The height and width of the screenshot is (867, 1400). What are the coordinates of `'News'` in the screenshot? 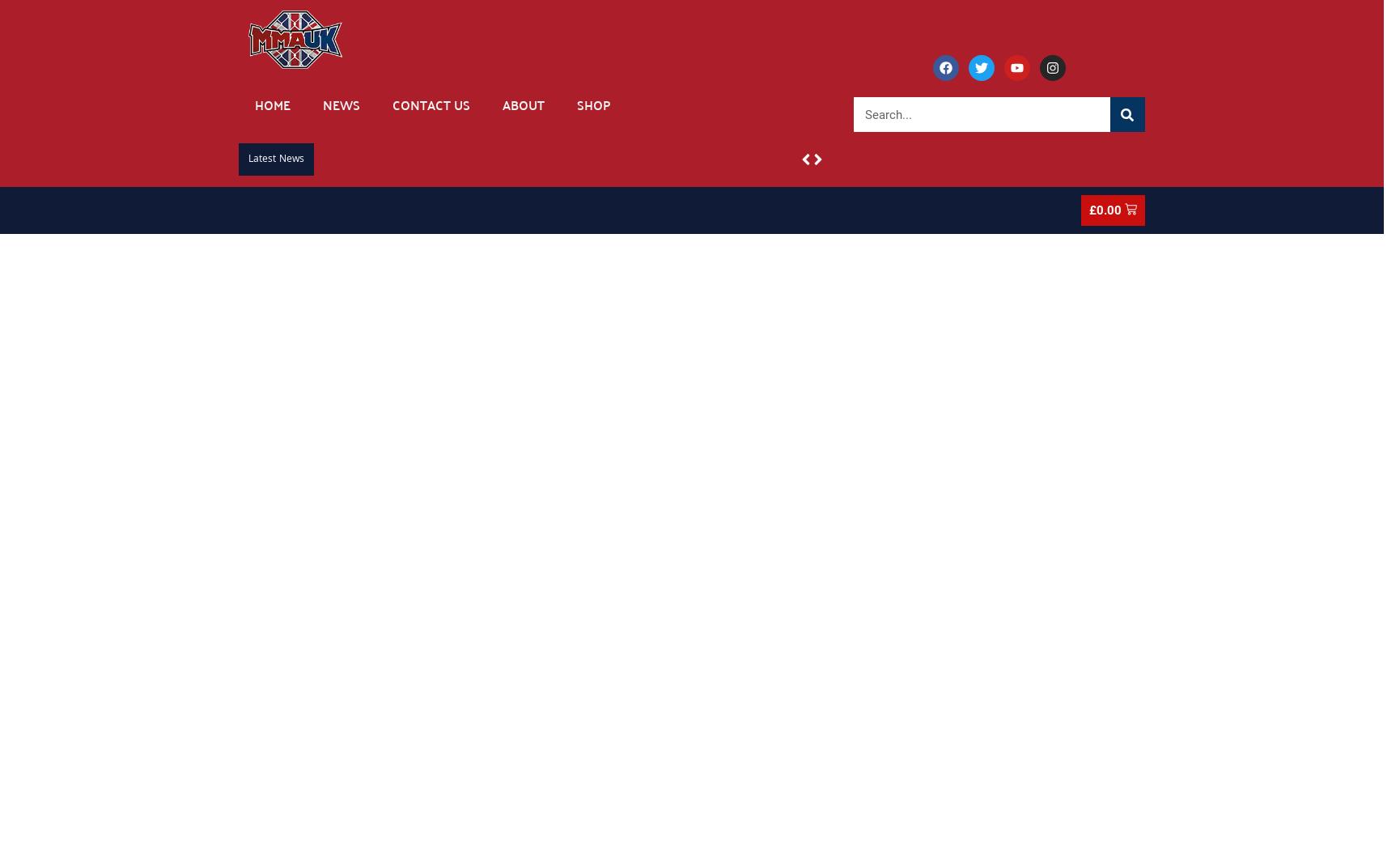 It's located at (341, 104).